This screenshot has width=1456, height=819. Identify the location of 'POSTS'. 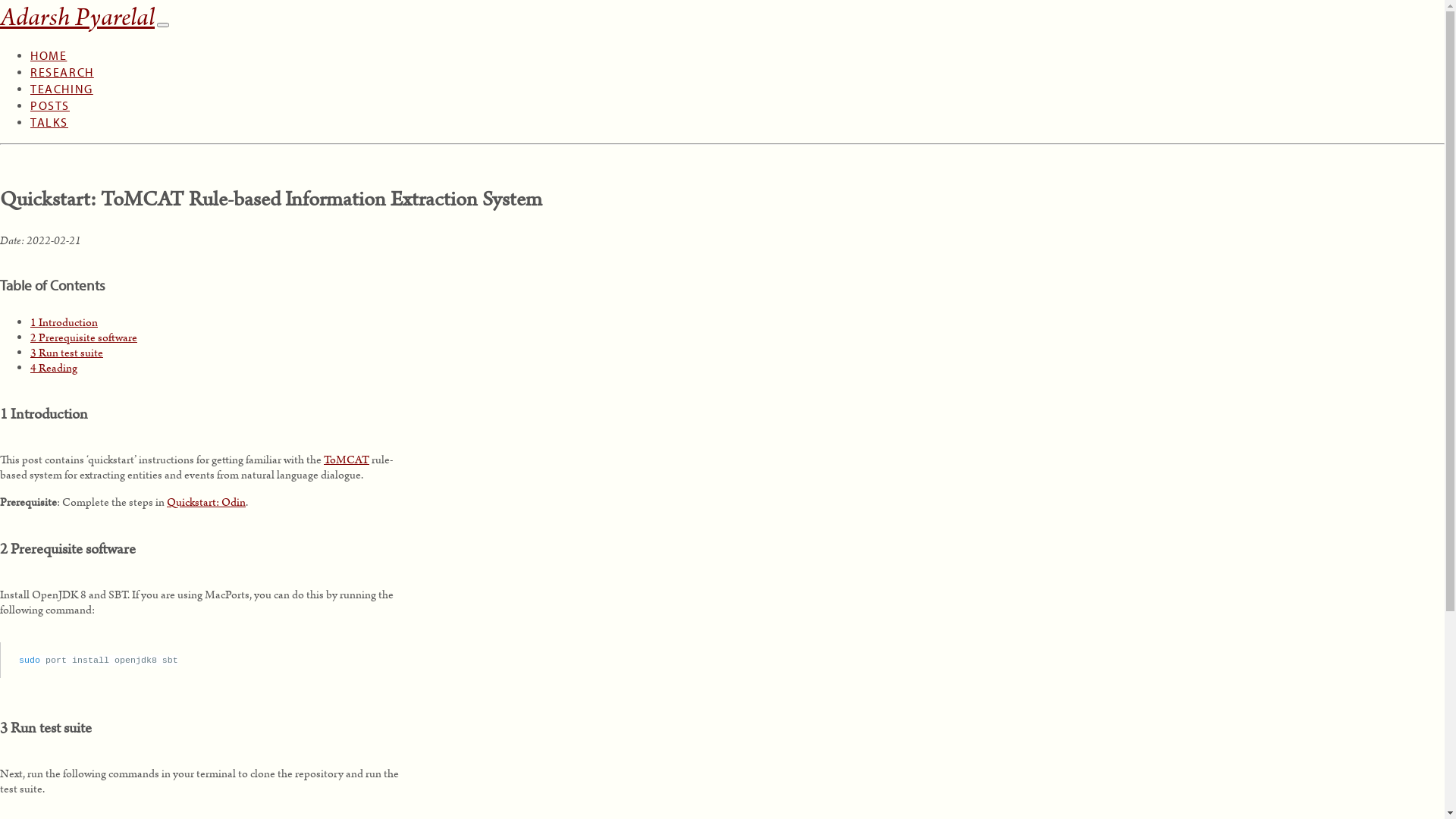
(30, 92).